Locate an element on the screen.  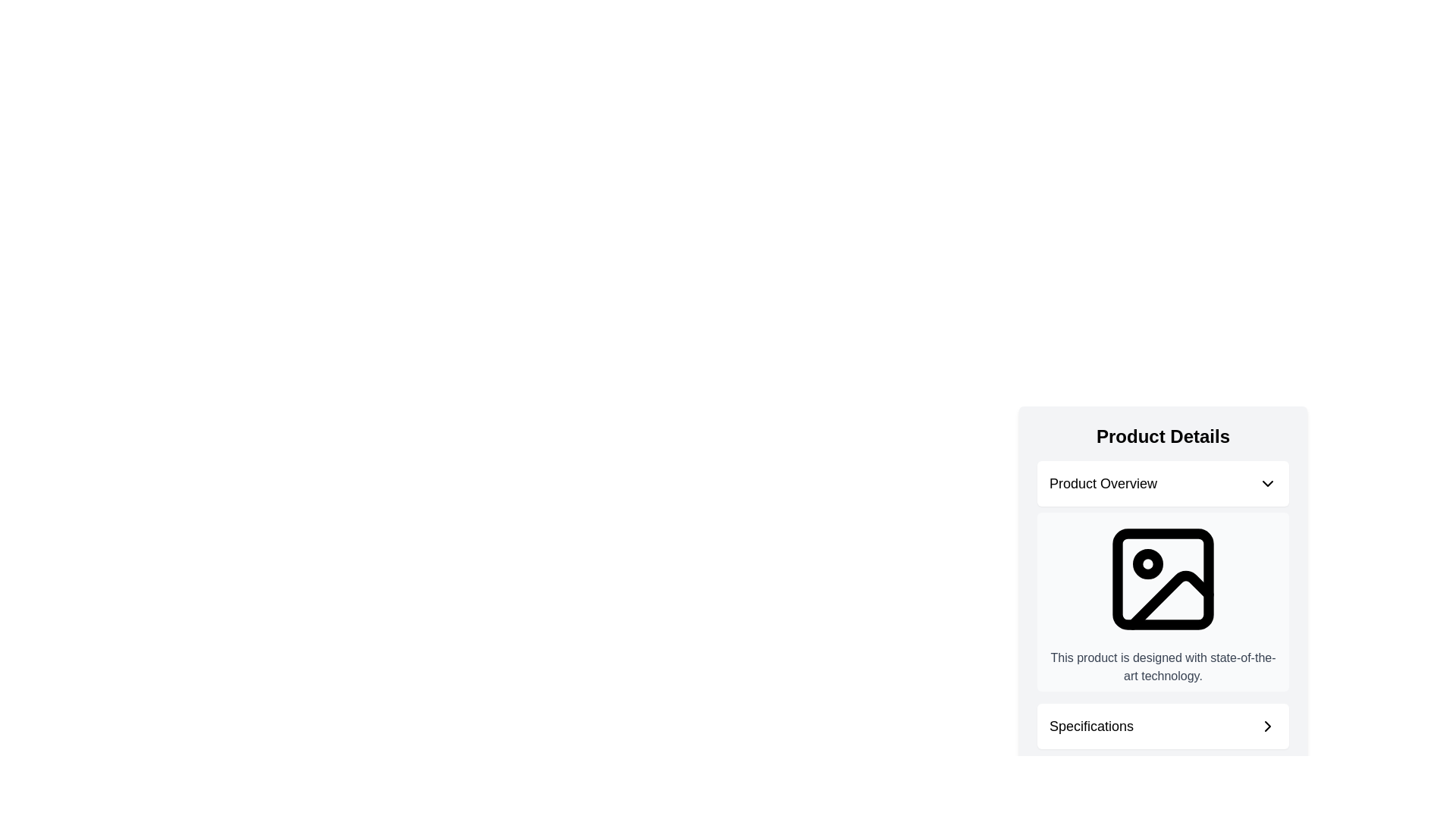
the Composite component containing an image icon and descriptive text that reads 'This product is designed with state-of-the-art technology.' is located at coordinates (1163, 601).